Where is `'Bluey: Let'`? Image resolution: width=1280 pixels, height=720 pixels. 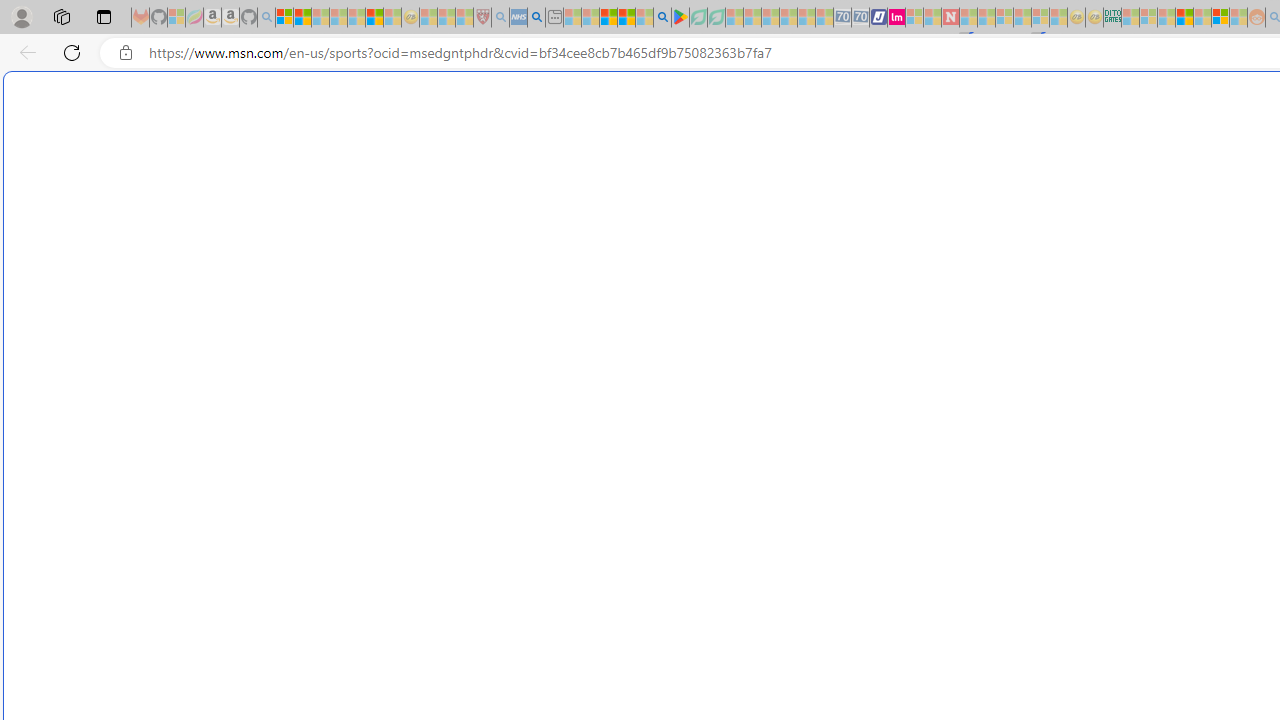
'Bluey: Let' is located at coordinates (680, 17).